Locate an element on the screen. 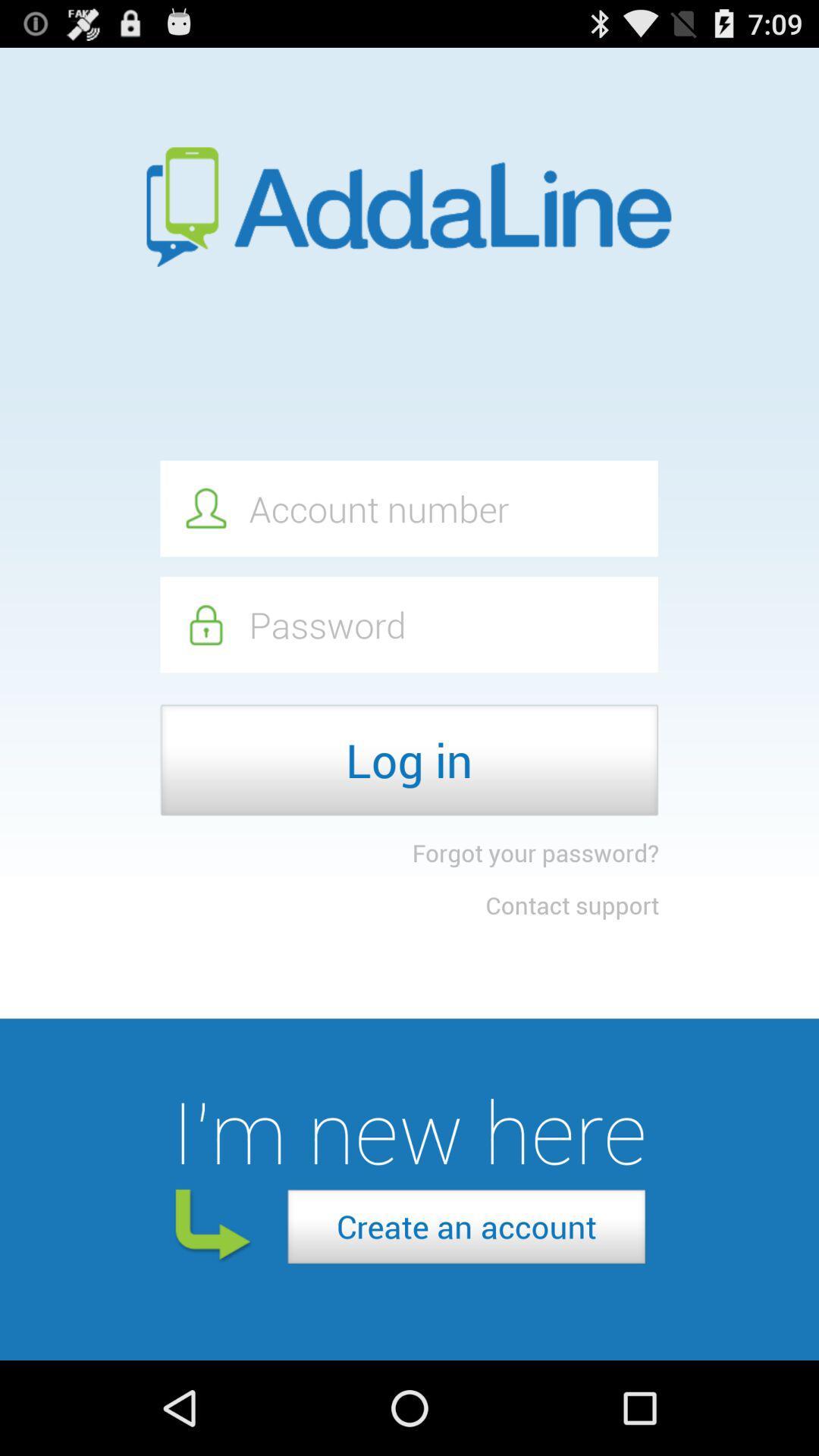 This screenshot has width=819, height=1456. the icon on the right is located at coordinates (572, 905).